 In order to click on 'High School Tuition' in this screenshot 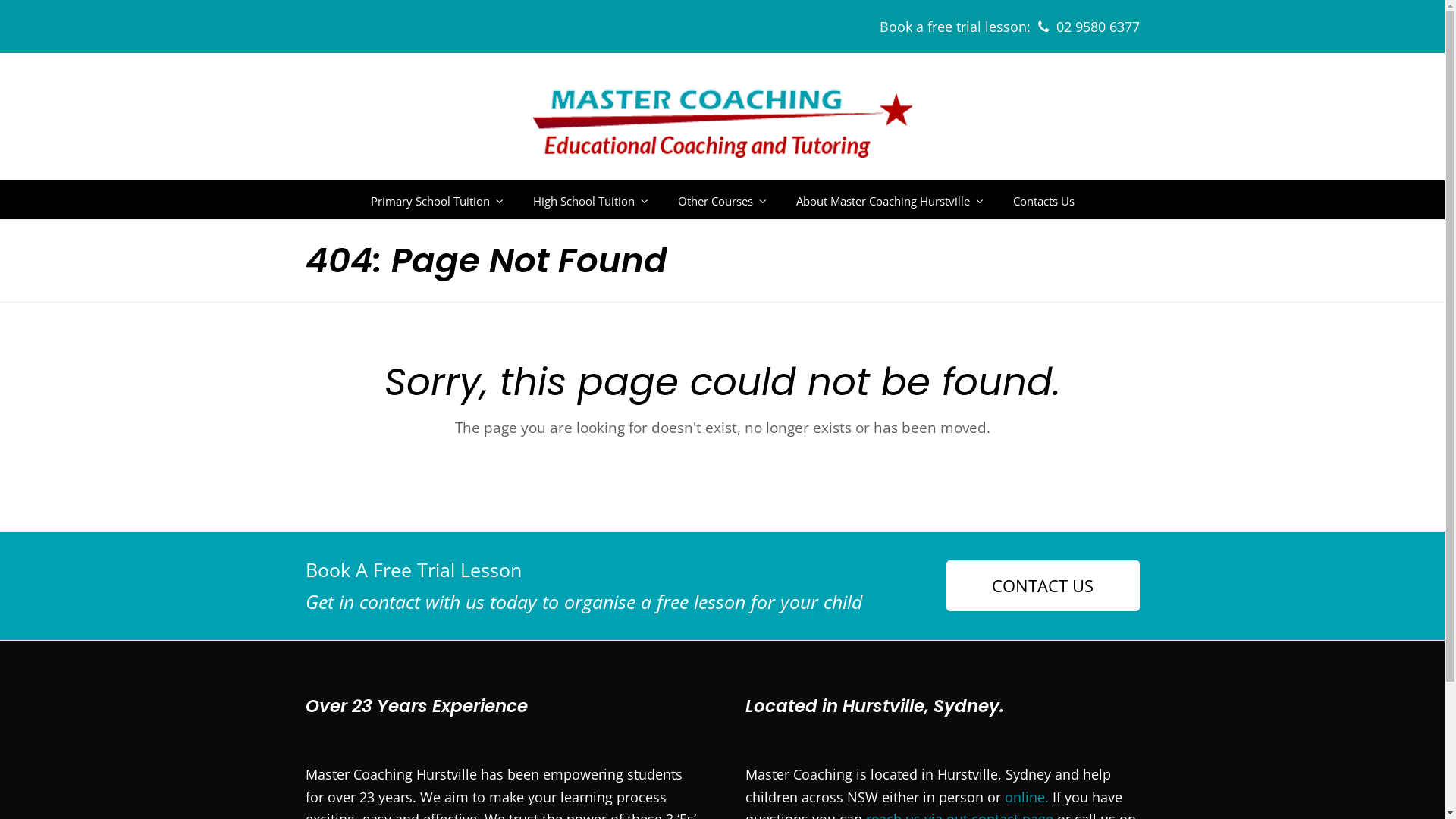, I will do `click(589, 199)`.